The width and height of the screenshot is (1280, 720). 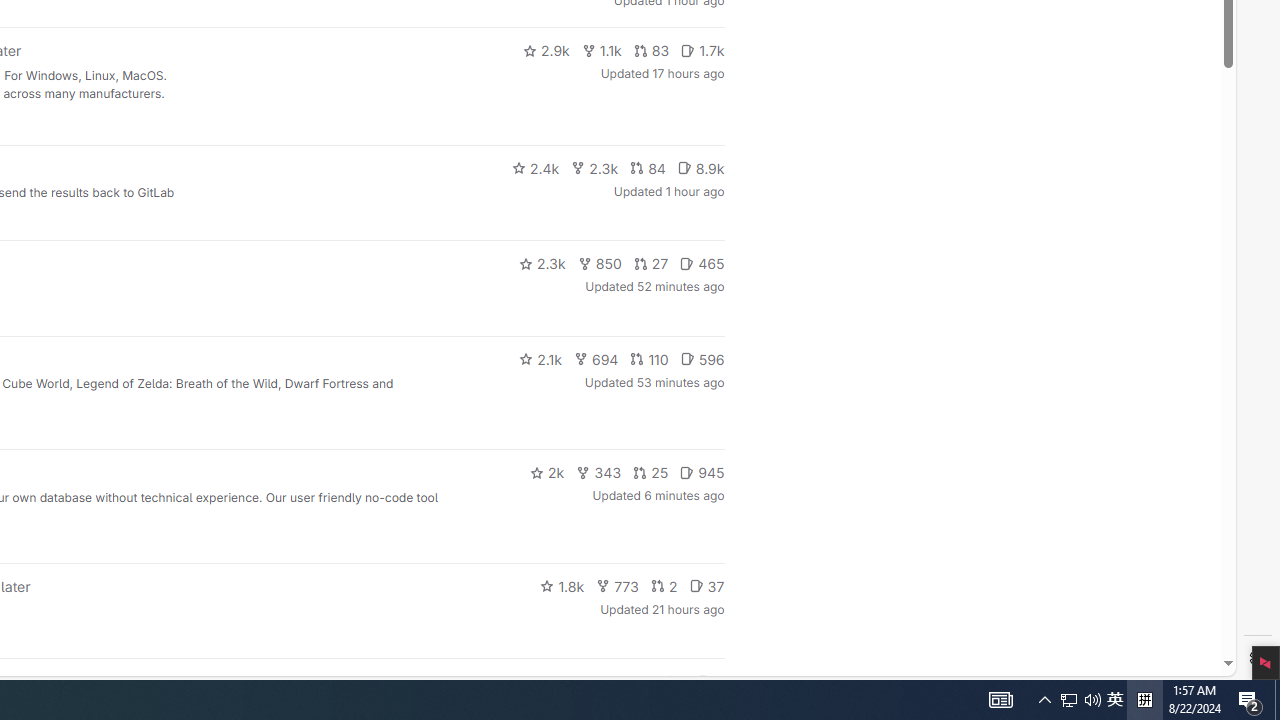 I want to click on '8.9k', so click(x=700, y=167).